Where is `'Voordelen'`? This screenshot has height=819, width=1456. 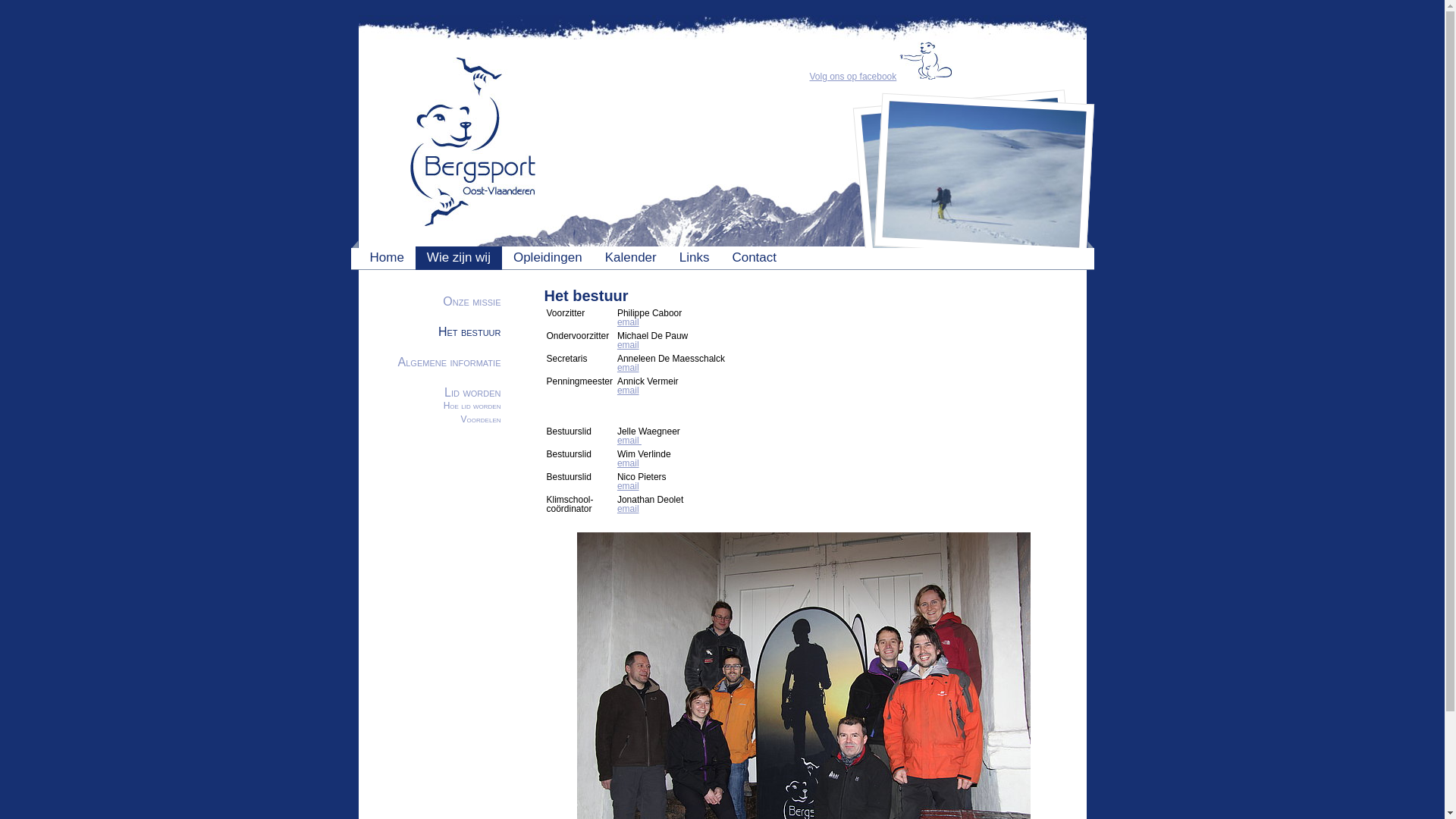 'Voordelen' is located at coordinates (480, 419).